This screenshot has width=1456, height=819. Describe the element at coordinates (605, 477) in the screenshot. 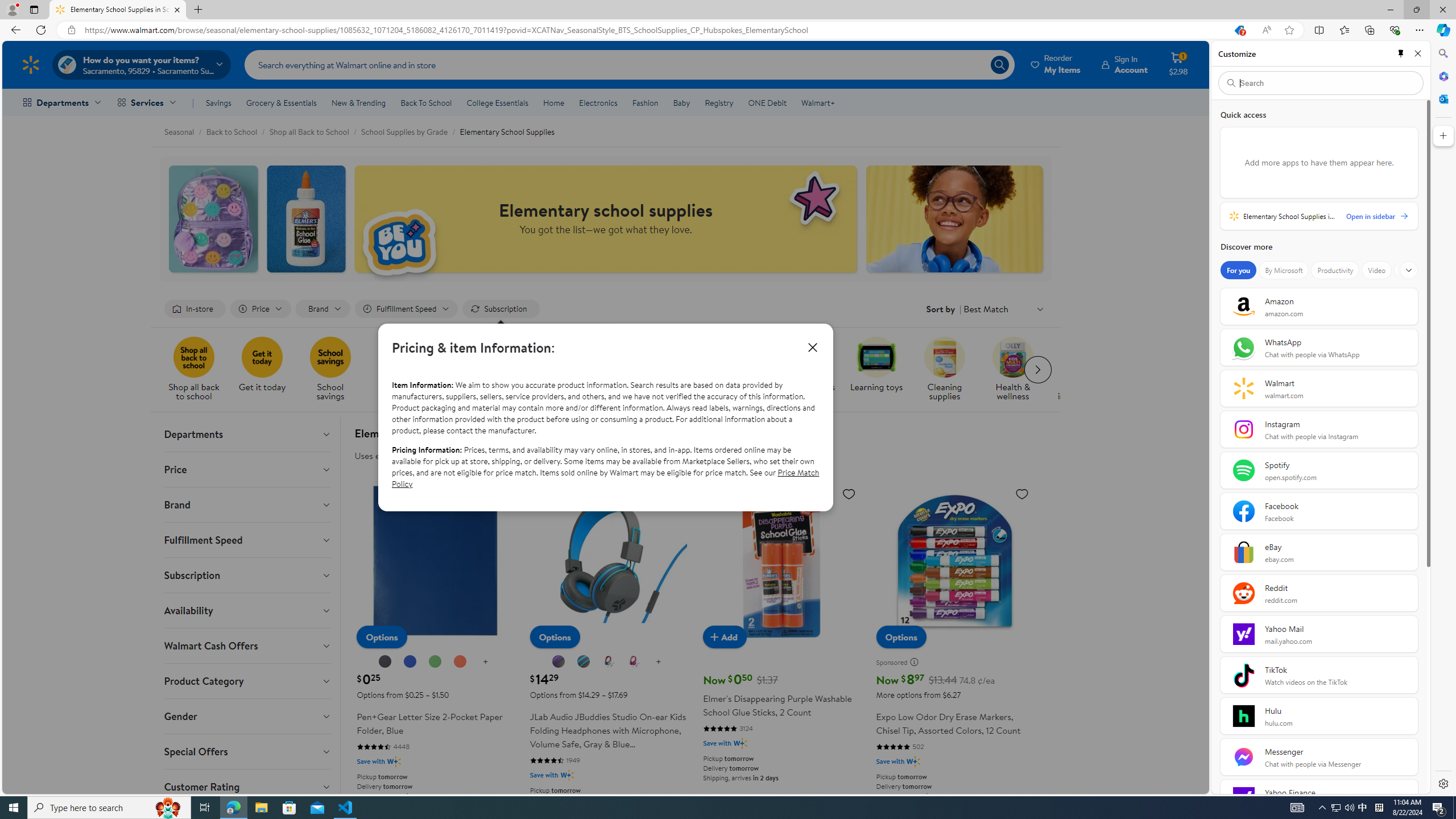

I see `'Price Match Policy'` at that location.